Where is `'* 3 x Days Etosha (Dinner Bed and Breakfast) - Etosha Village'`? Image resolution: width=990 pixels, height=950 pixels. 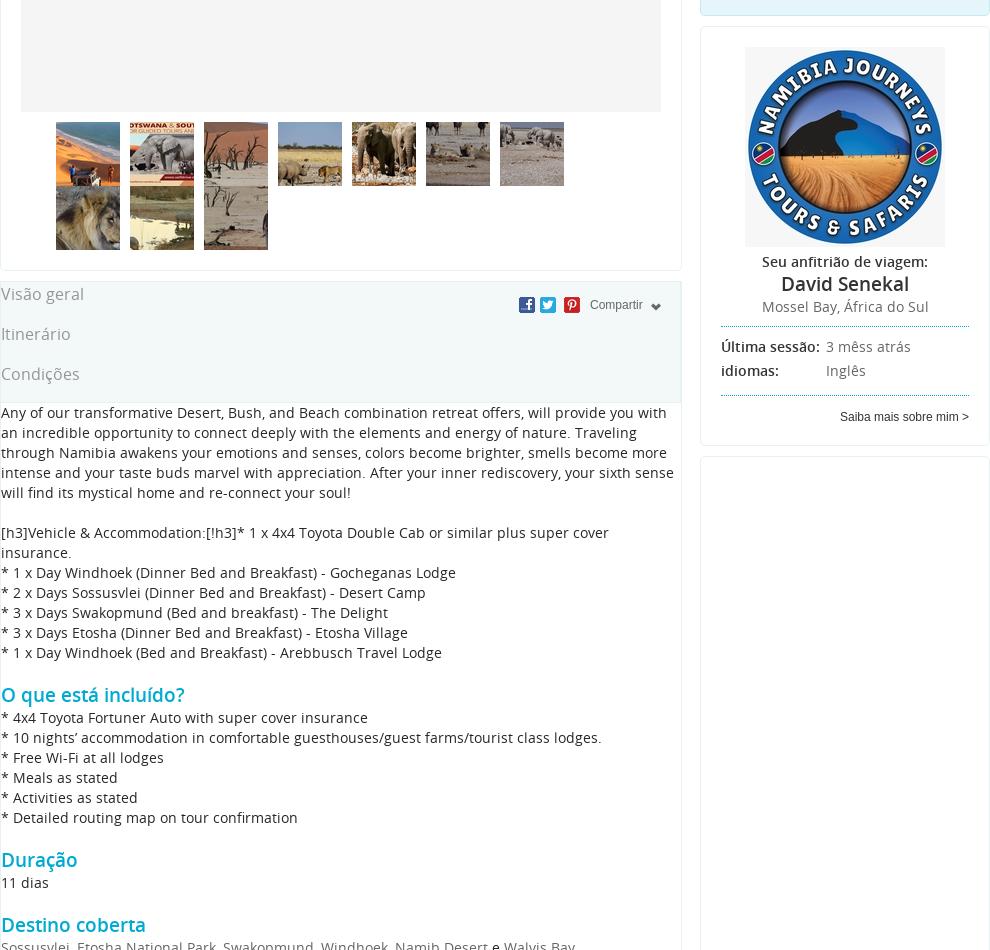 '* 3 x Days Etosha (Dinner Bed and Breakfast) - Etosha Village' is located at coordinates (0, 632).